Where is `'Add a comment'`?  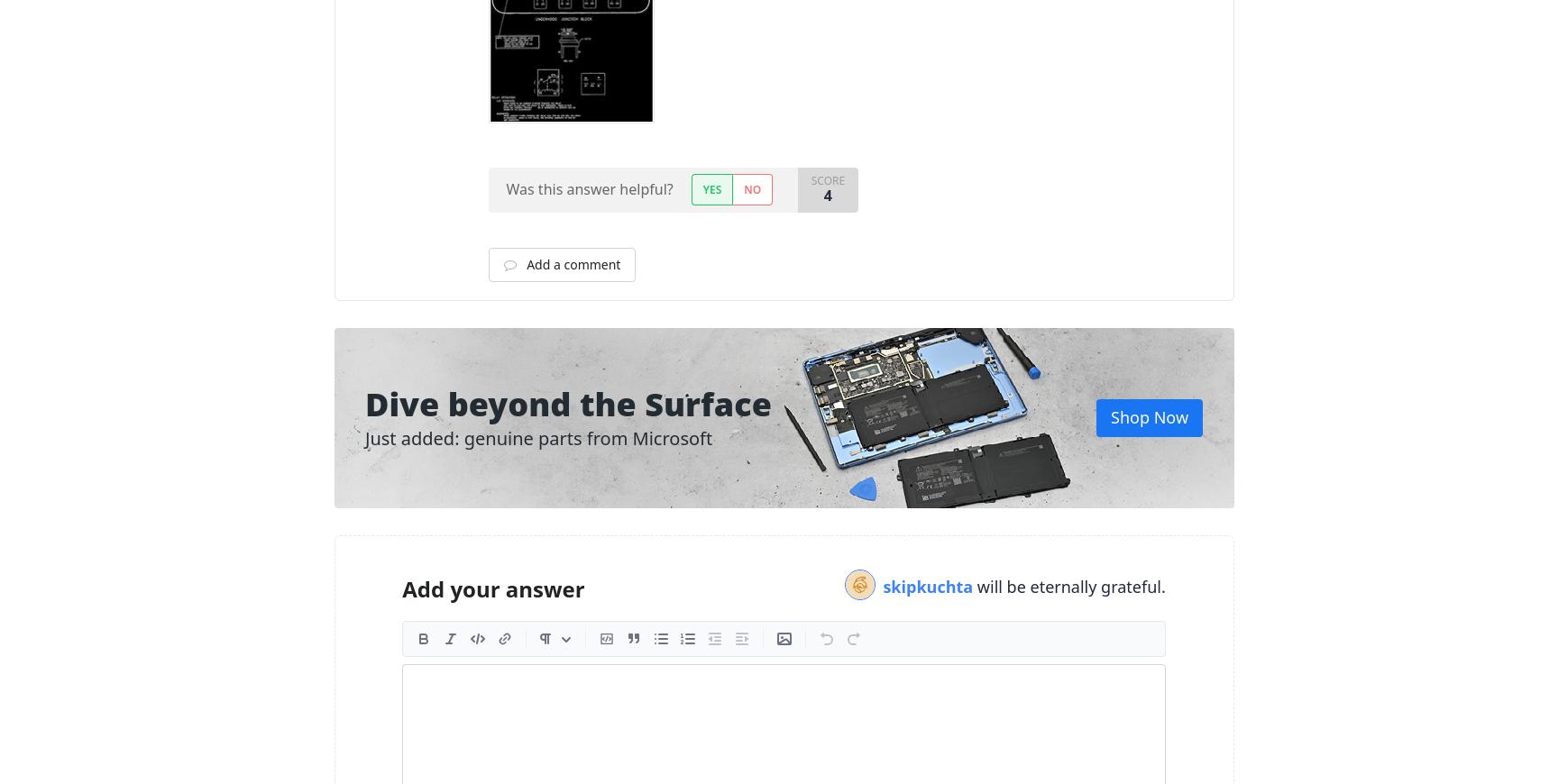
'Add a comment' is located at coordinates (522, 264).